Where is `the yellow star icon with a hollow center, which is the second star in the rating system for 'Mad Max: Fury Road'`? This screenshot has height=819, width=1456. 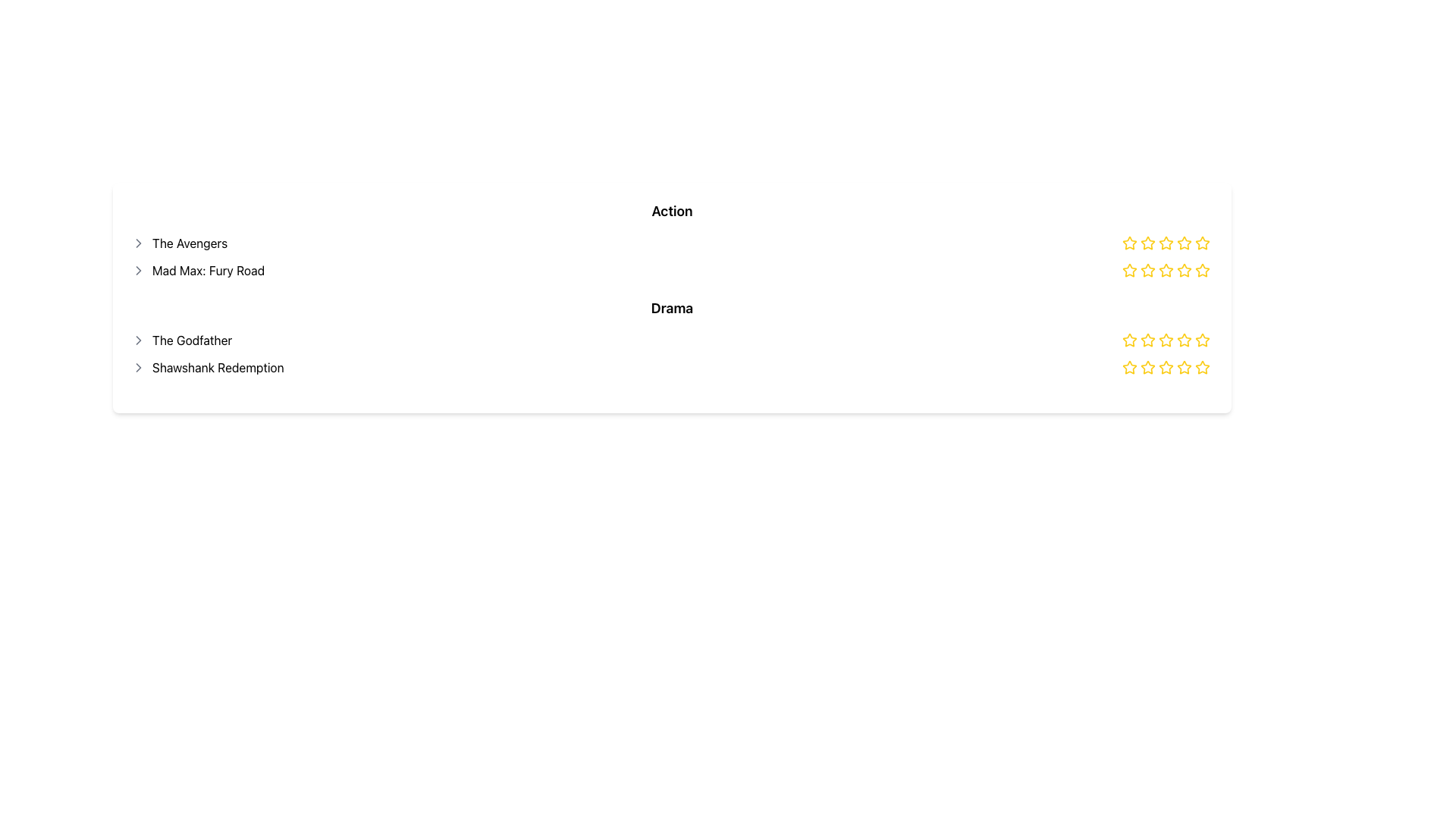
the yellow star icon with a hollow center, which is the second star in the rating system for 'Mad Max: Fury Road' is located at coordinates (1182, 268).